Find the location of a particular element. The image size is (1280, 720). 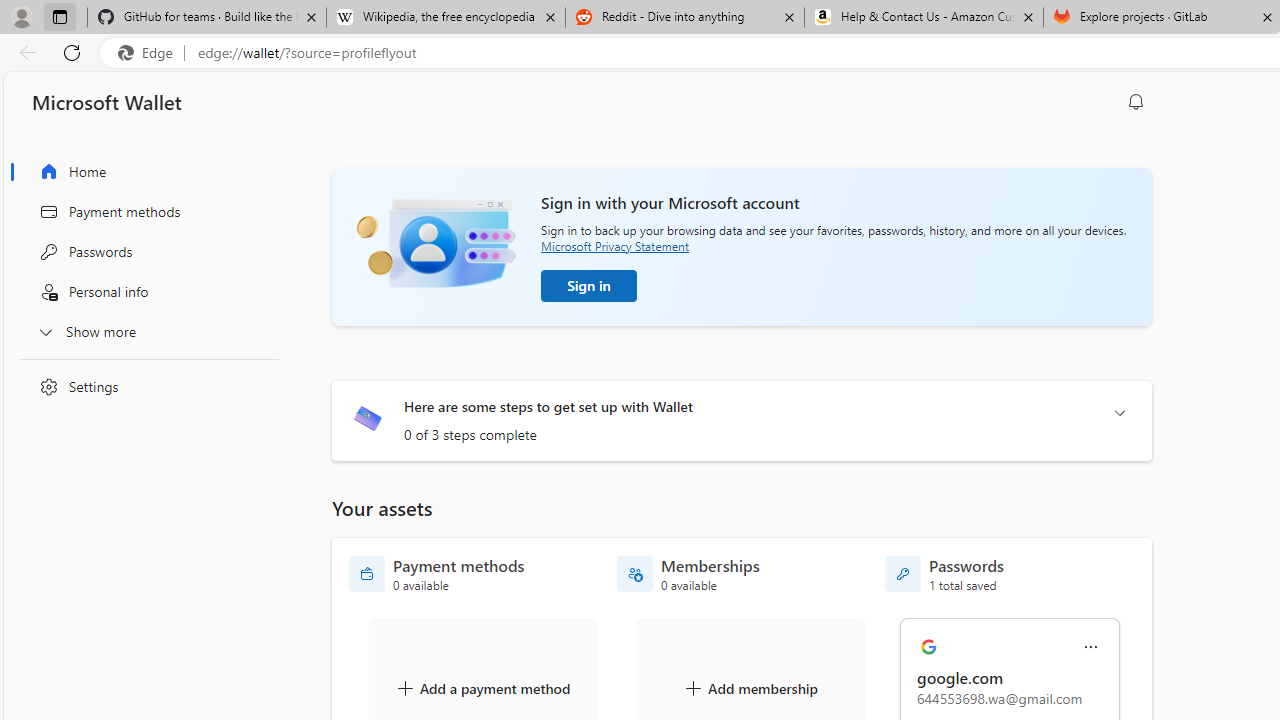

'Show more' is located at coordinates (143, 330).